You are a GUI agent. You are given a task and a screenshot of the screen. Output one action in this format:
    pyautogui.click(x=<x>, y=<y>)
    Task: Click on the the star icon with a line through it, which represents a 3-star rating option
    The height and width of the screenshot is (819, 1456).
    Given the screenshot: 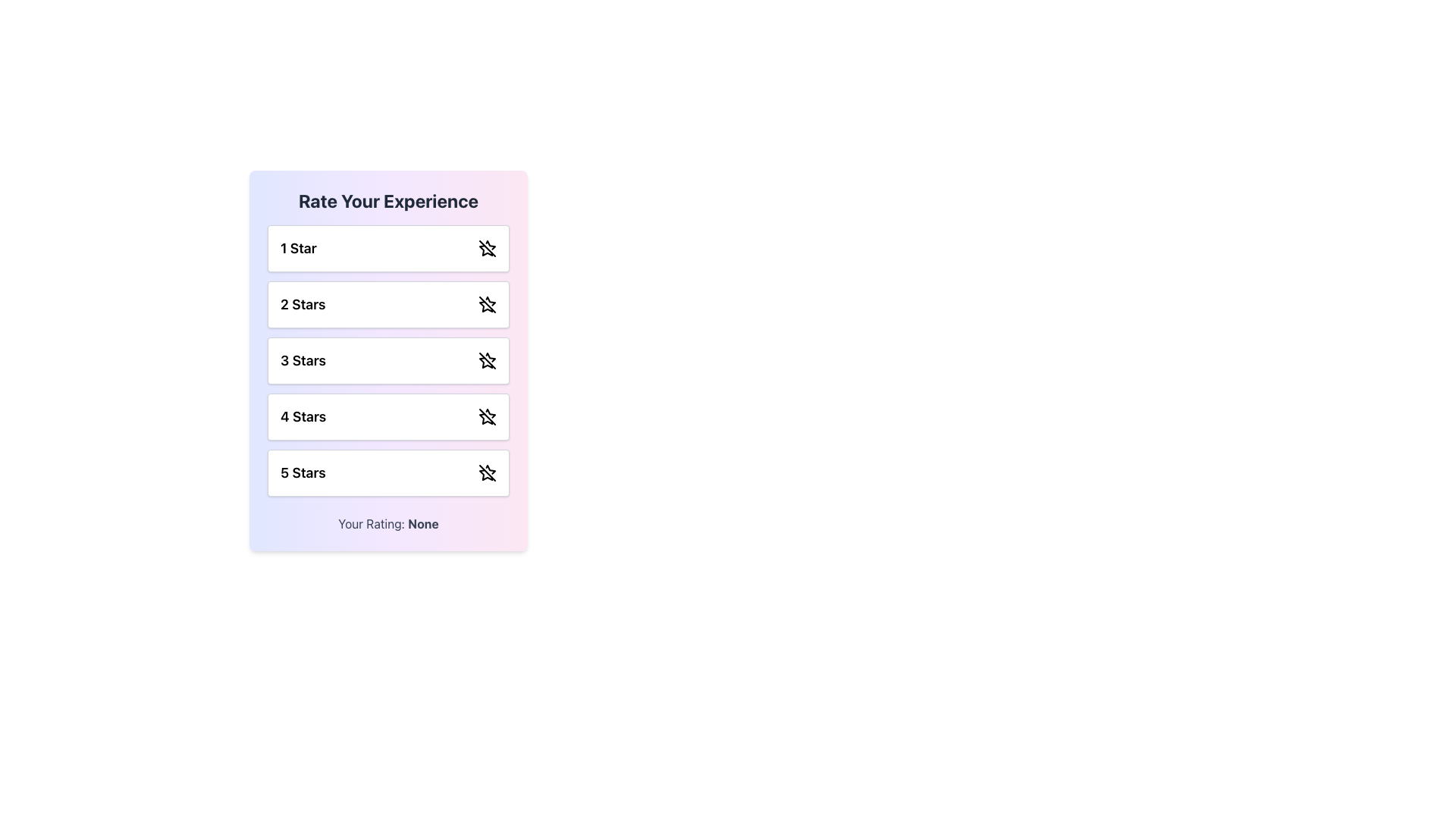 What is the action you would take?
    pyautogui.click(x=488, y=360)
    